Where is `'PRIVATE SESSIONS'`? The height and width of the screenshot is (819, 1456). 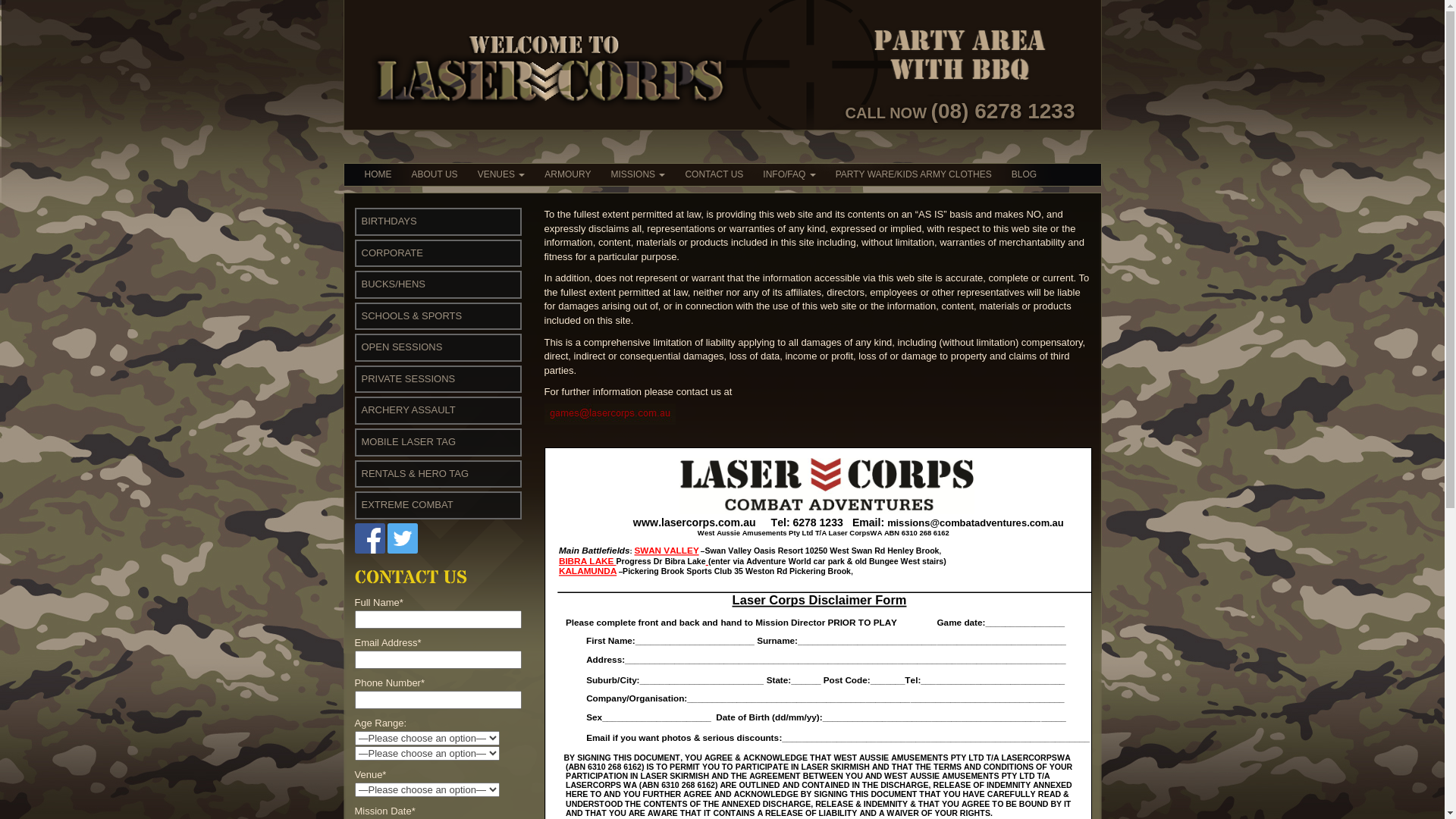 'PRIVATE SESSIONS' is located at coordinates (407, 378).